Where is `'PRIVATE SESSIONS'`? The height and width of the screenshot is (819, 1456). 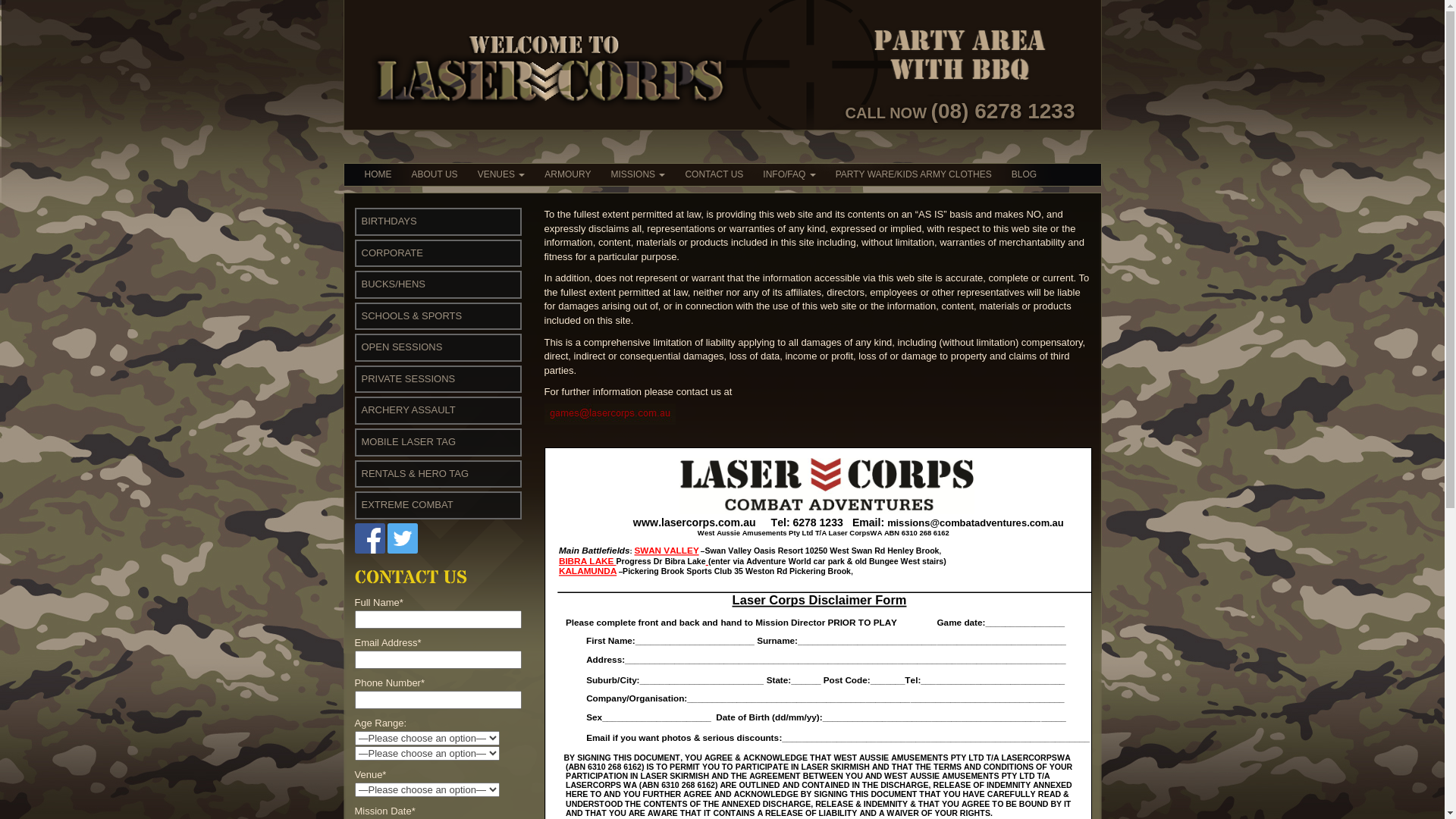 'PRIVATE SESSIONS' is located at coordinates (407, 378).